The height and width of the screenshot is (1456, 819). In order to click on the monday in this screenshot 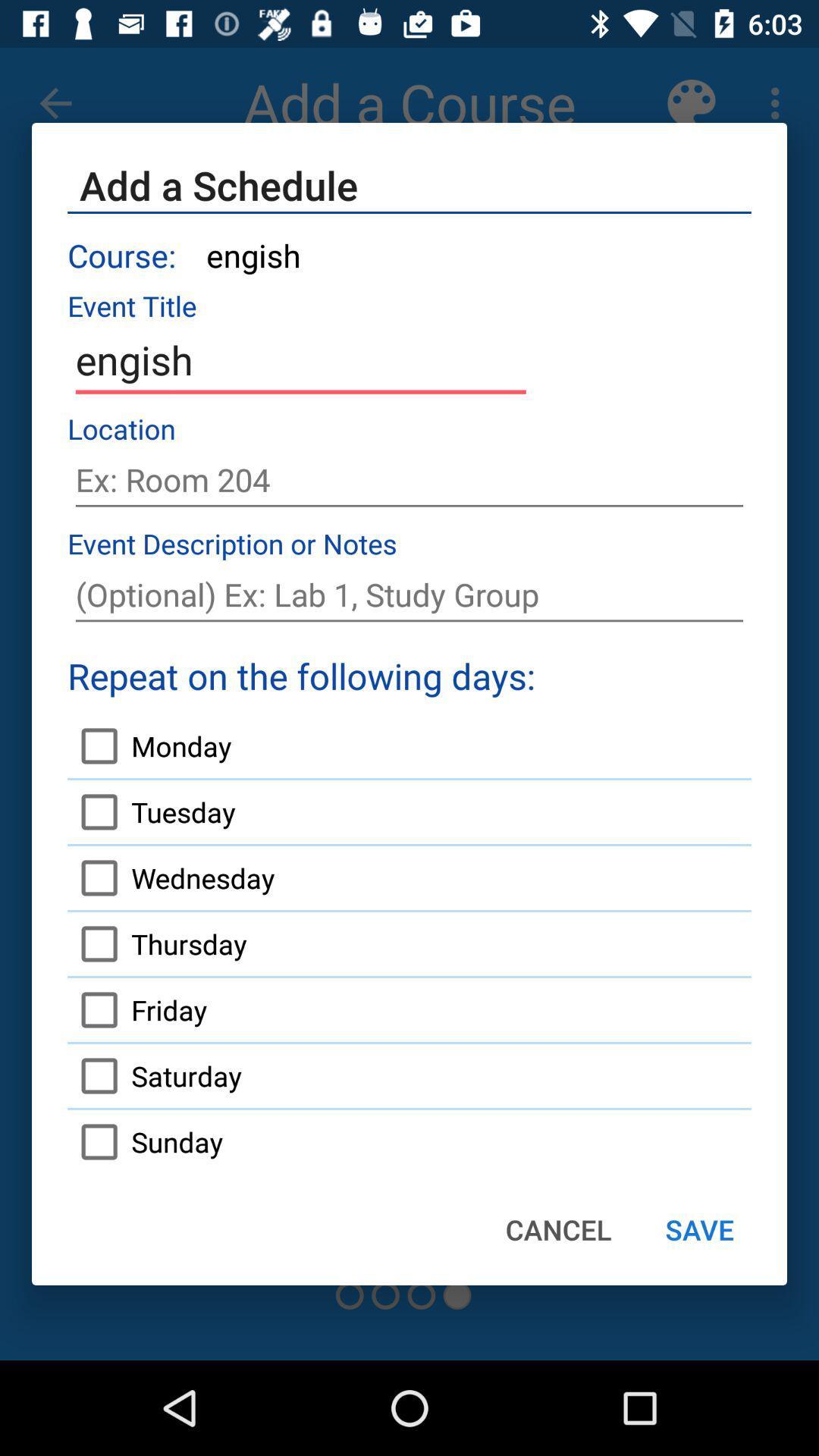, I will do `click(149, 745)`.